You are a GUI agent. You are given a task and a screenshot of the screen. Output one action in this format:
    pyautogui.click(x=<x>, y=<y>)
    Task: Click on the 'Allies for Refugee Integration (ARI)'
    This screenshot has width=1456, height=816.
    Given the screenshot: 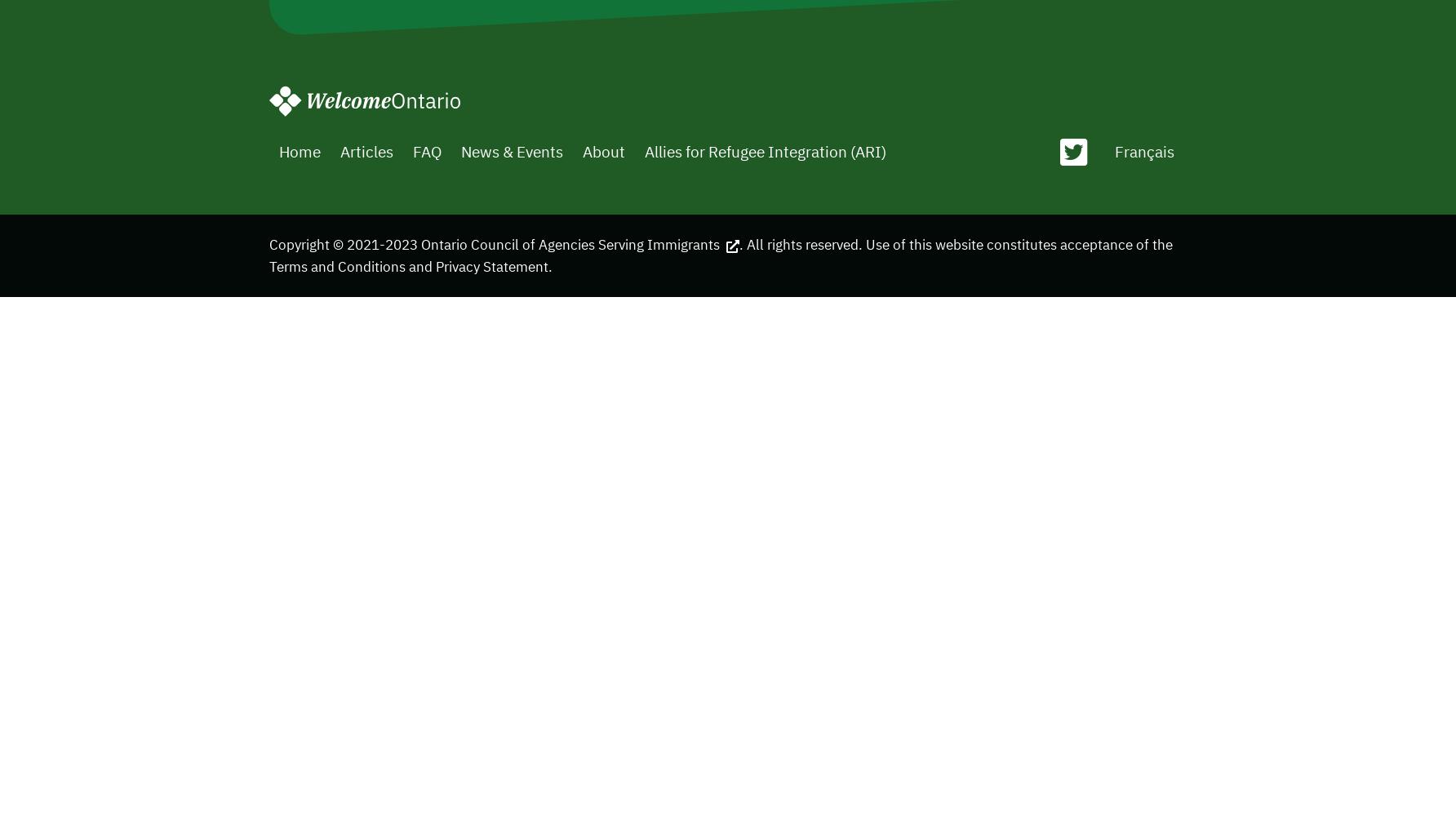 What is the action you would take?
    pyautogui.click(x=764, y=150)
    